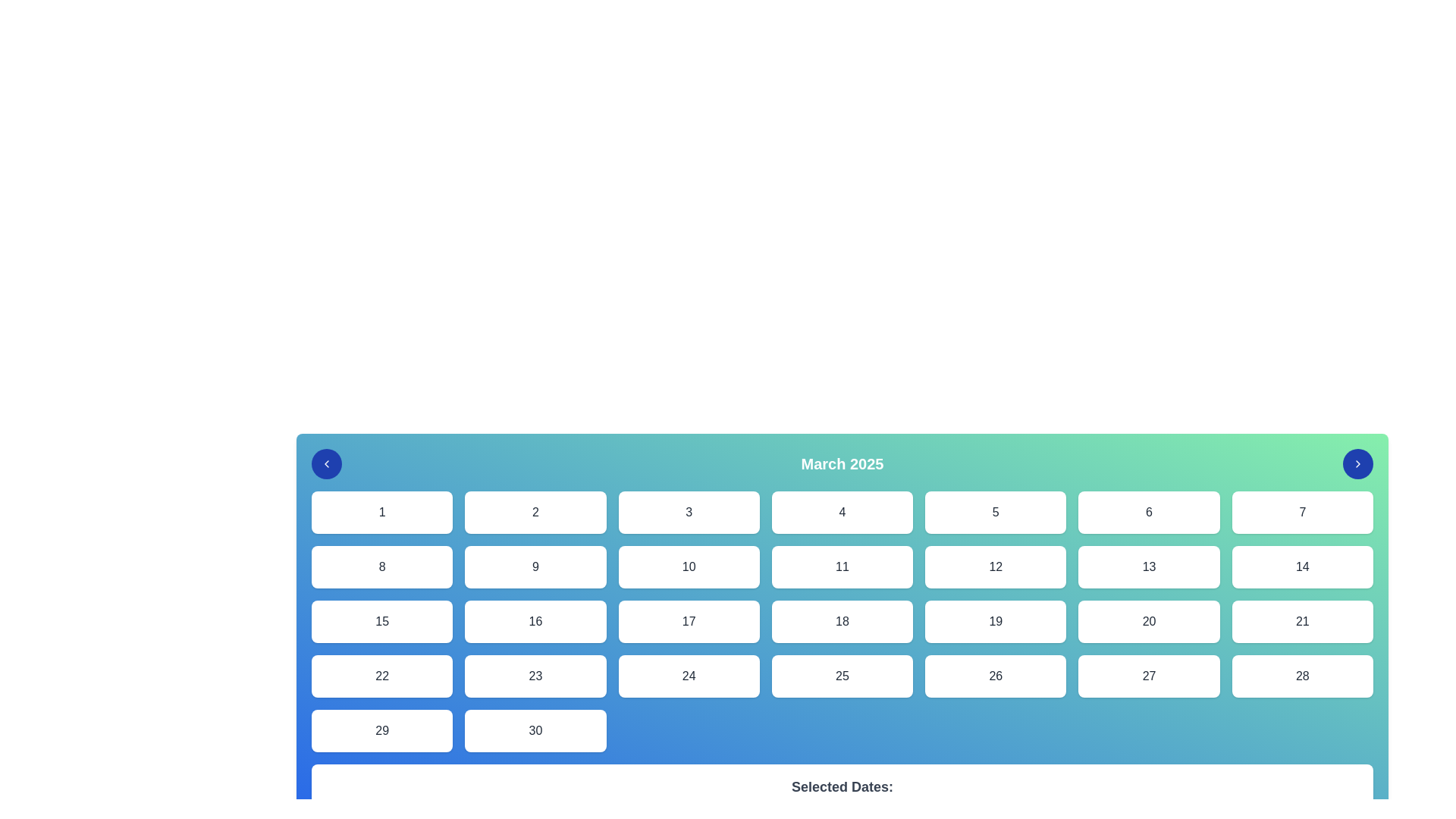  What do you see at coordinates (1149, 675) in the screenshot?
I see `the selectable date button located in the bottom-most row of the calendar interface, specifically the sixth item in a 7-column grid layout` at bounding box center [1149, 675].